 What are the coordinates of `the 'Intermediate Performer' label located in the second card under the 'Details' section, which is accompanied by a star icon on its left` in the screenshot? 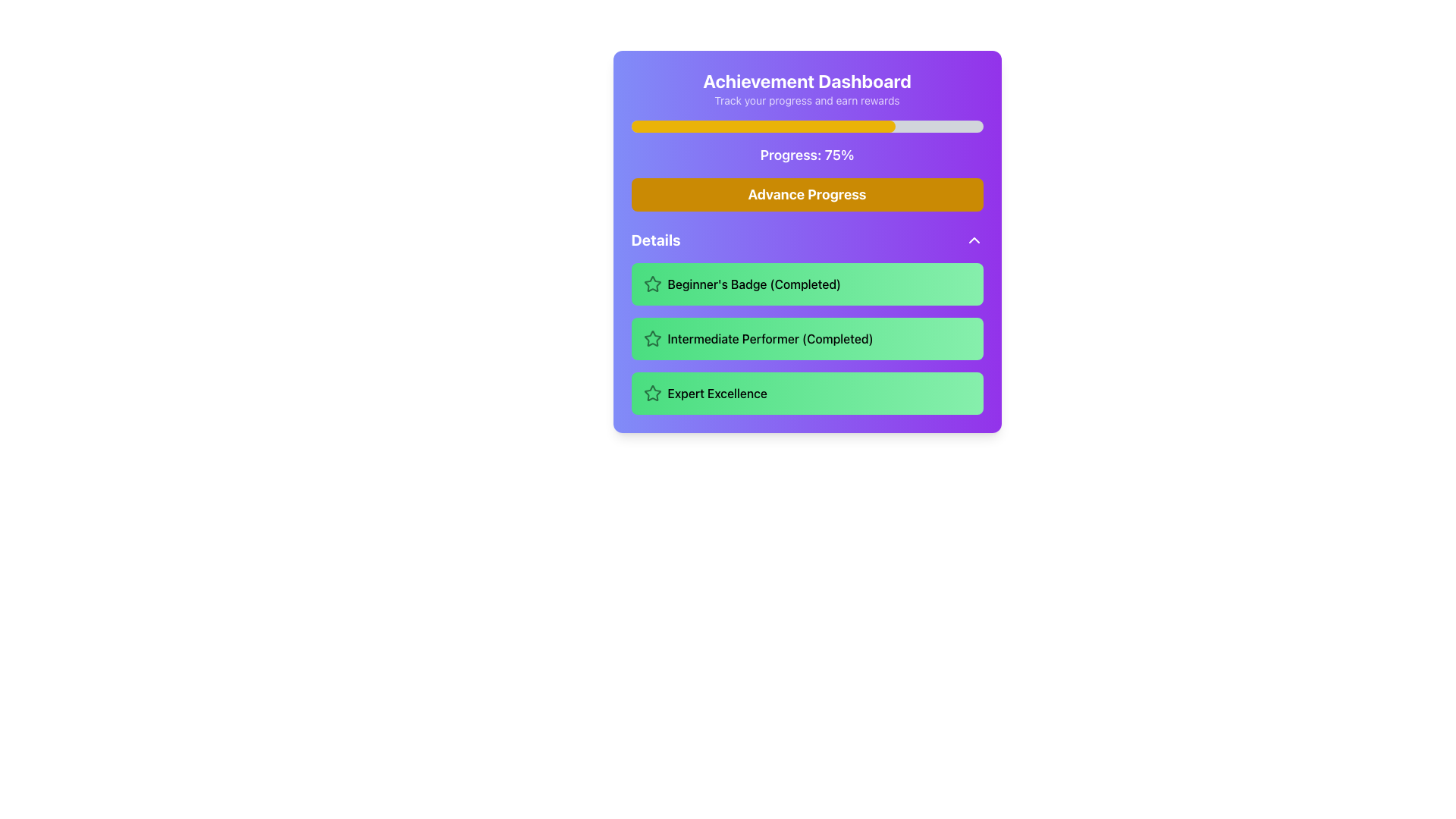 It's located at (770, 338).